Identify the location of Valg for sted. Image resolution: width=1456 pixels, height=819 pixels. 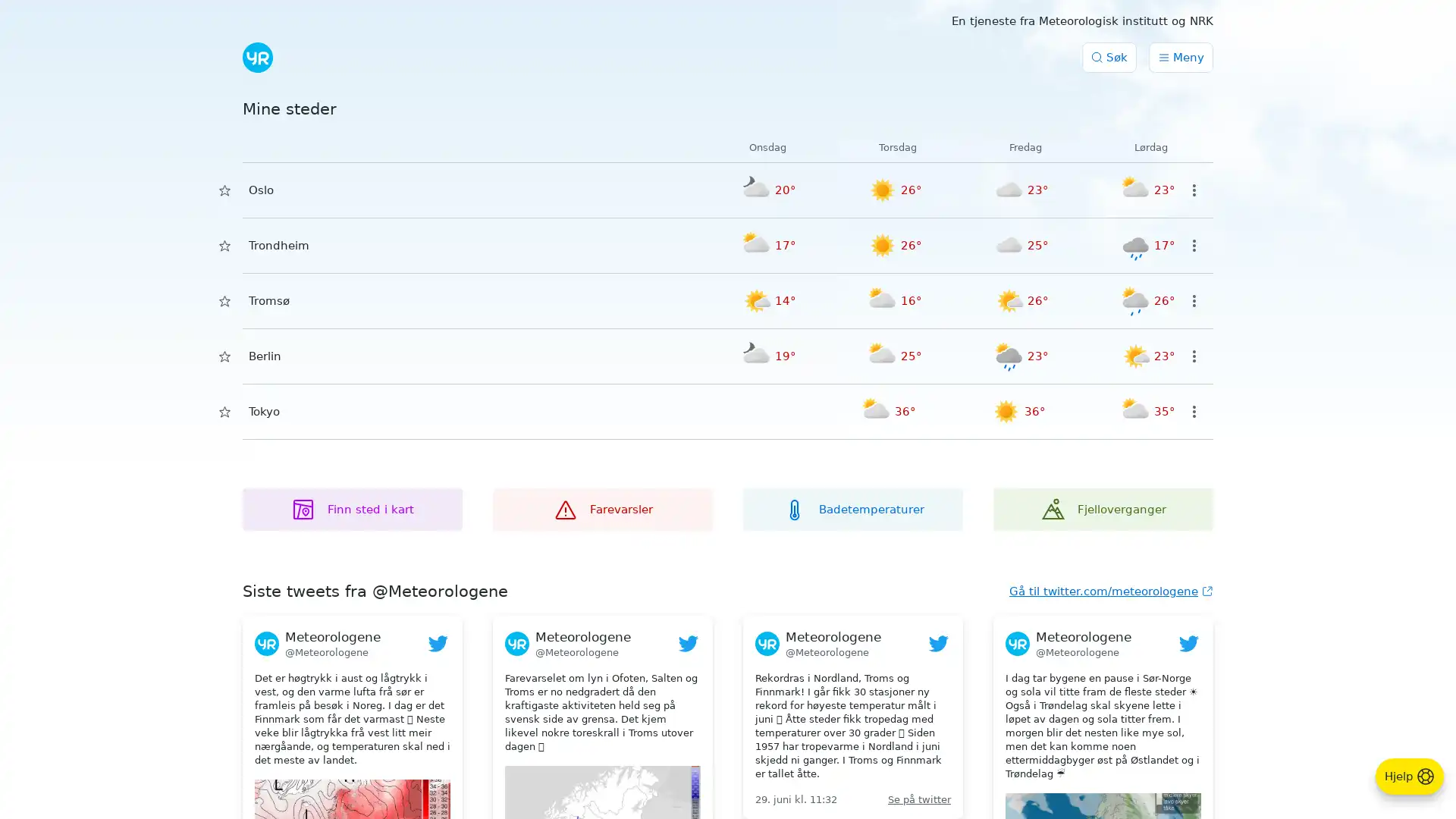
(1193, 356).